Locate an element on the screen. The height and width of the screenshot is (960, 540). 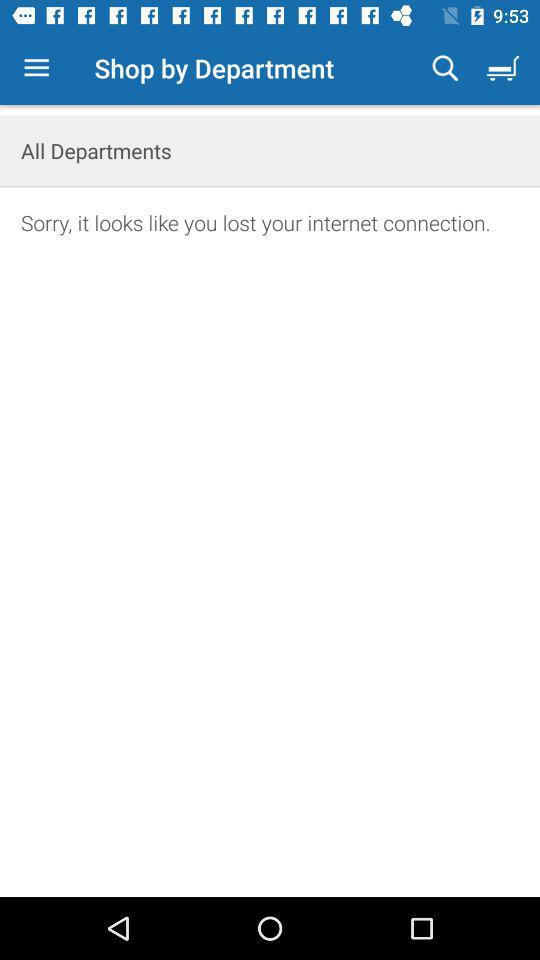
icon above the all departments is located at coordinates (445, 68).